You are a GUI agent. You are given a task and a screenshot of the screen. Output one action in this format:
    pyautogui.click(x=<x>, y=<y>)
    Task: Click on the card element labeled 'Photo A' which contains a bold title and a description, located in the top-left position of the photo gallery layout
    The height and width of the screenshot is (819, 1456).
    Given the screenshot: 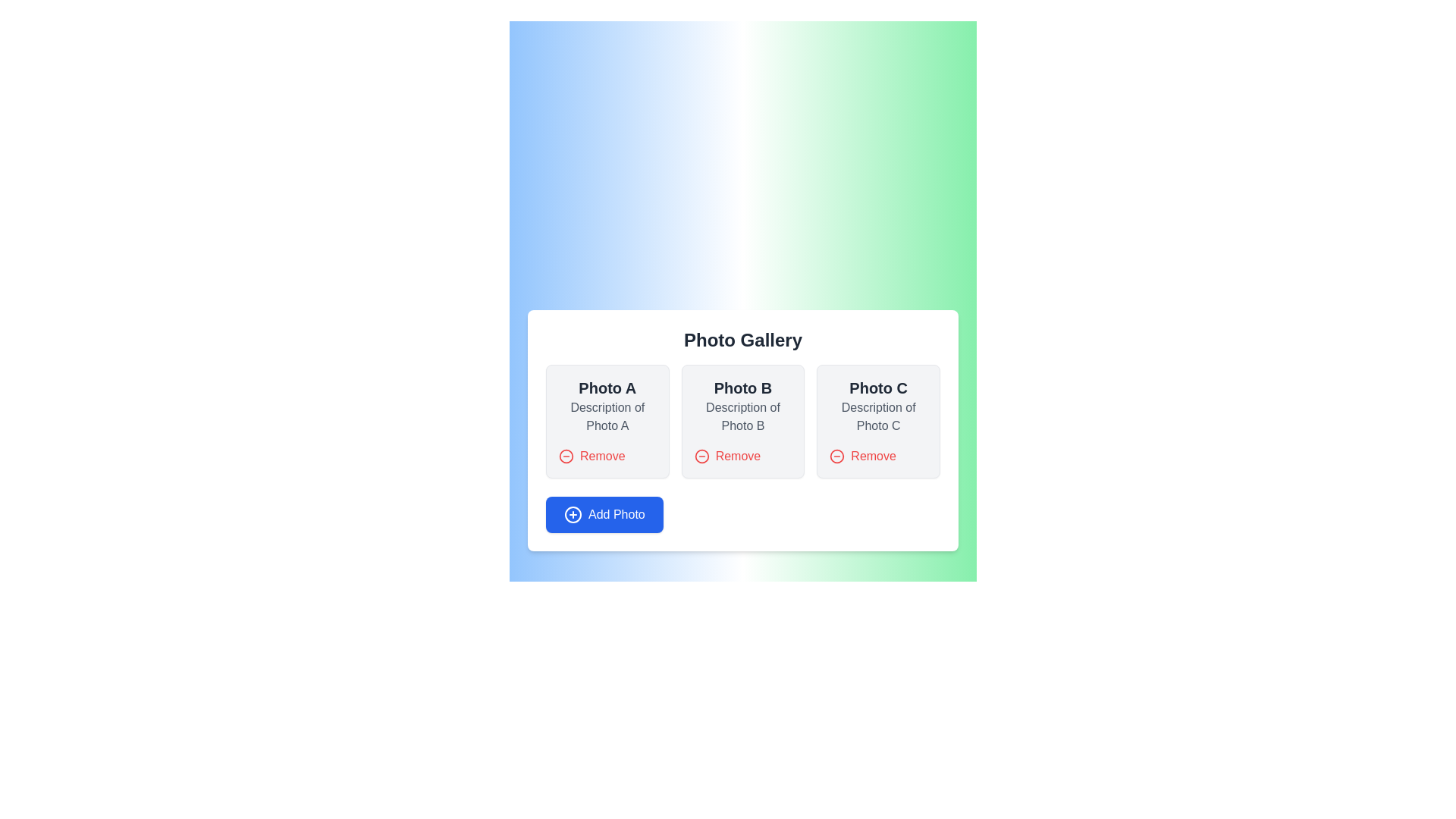 What is the action you would take?
    pyautogui.click(x=607, y=421)
    